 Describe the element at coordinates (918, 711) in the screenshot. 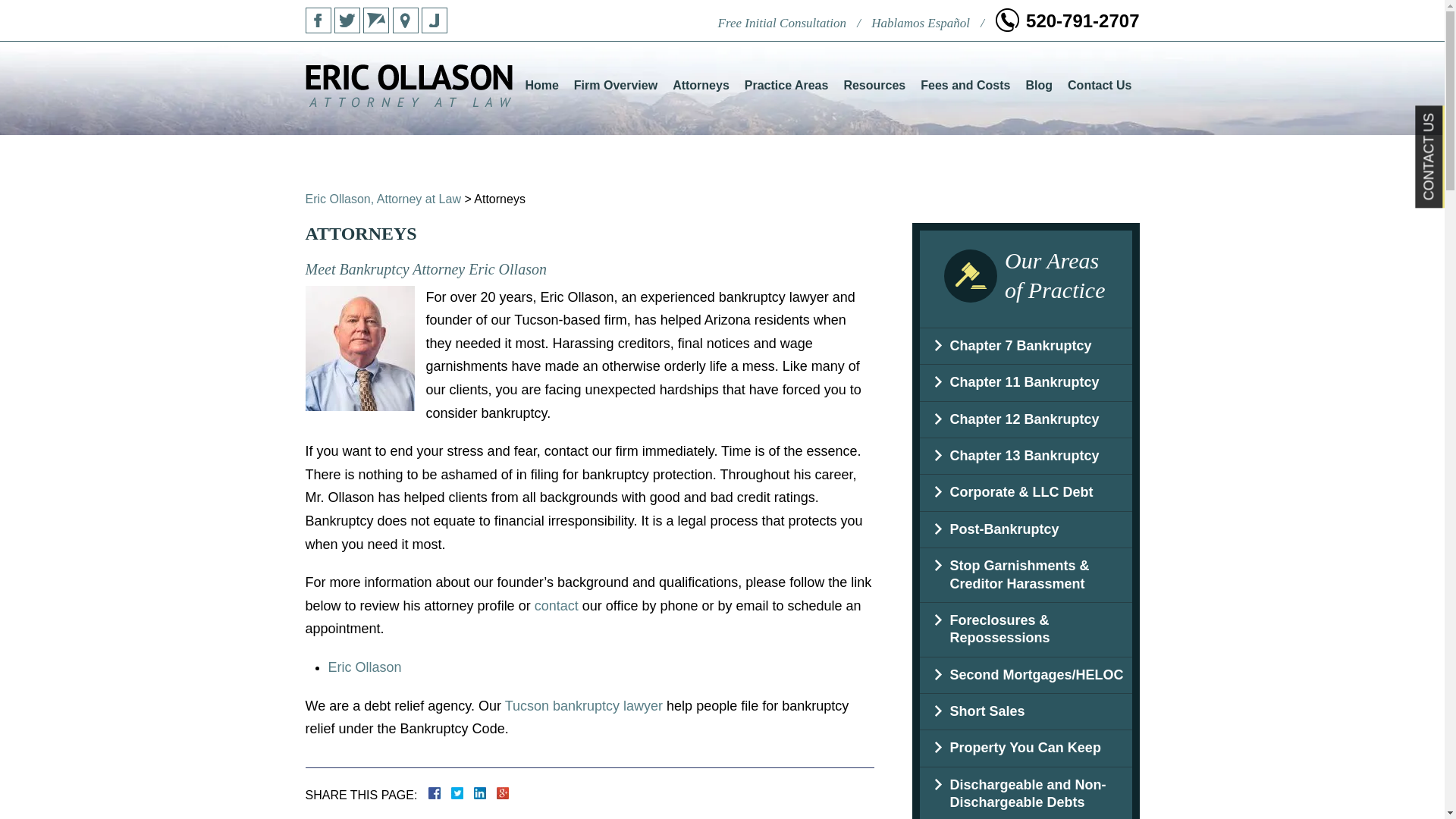

I see `'Short Sales'` at that location.